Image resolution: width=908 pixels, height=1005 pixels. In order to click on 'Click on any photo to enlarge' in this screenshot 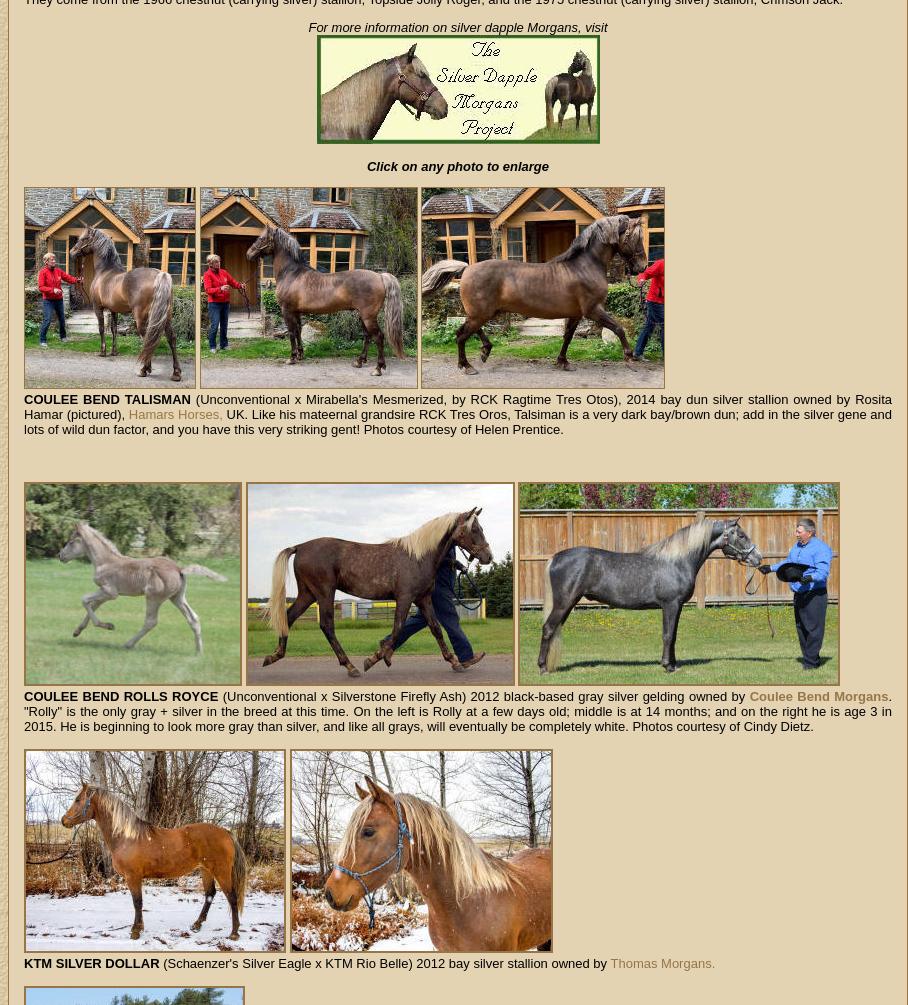, I will do `click(456, 166)`.